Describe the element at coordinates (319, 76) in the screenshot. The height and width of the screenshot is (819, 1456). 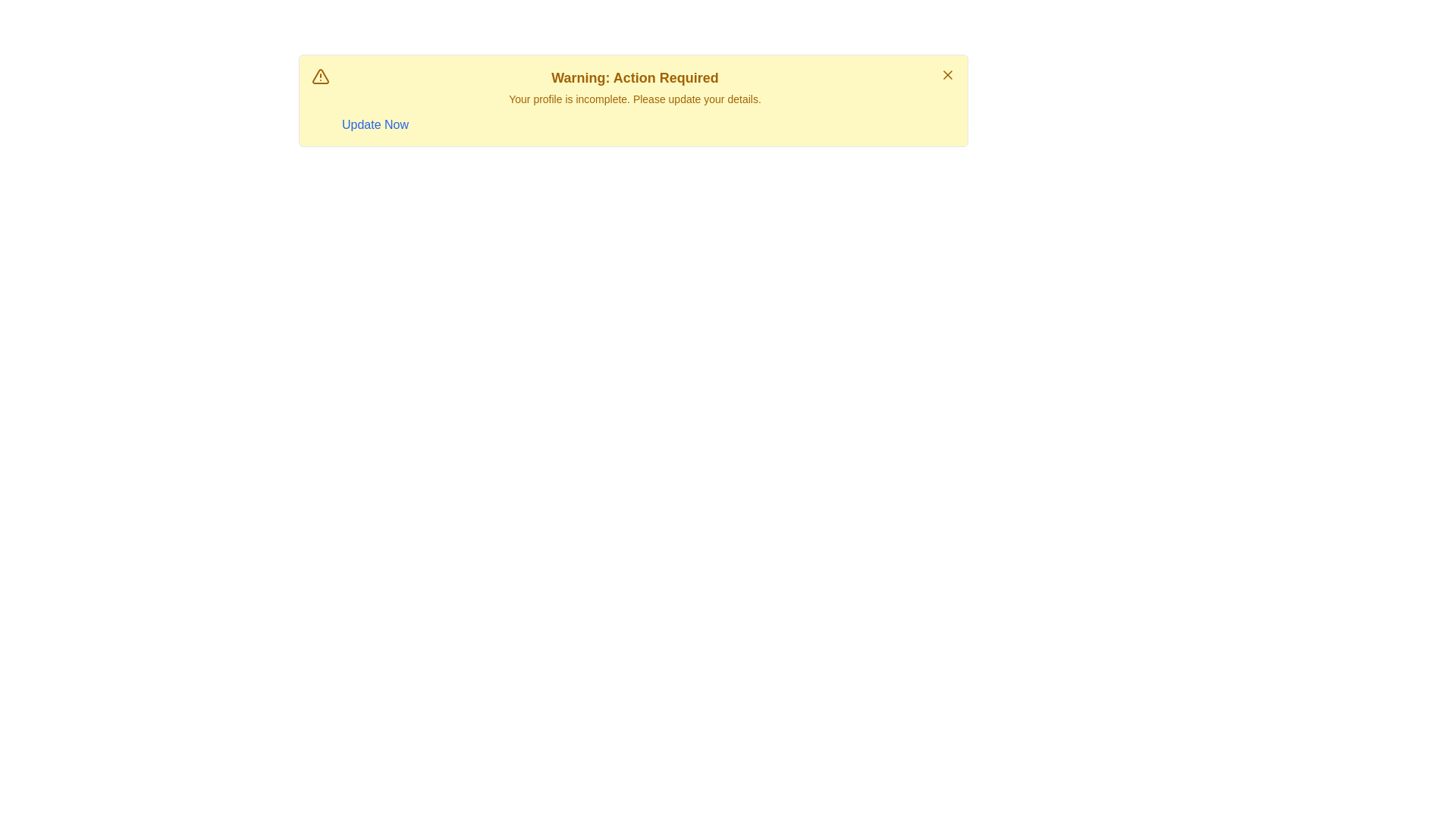
I see `the triangular warning icon with a brown outline and lighter fill, located to the left of the 'Warning: Action Required' text in the notification banner` at that location.